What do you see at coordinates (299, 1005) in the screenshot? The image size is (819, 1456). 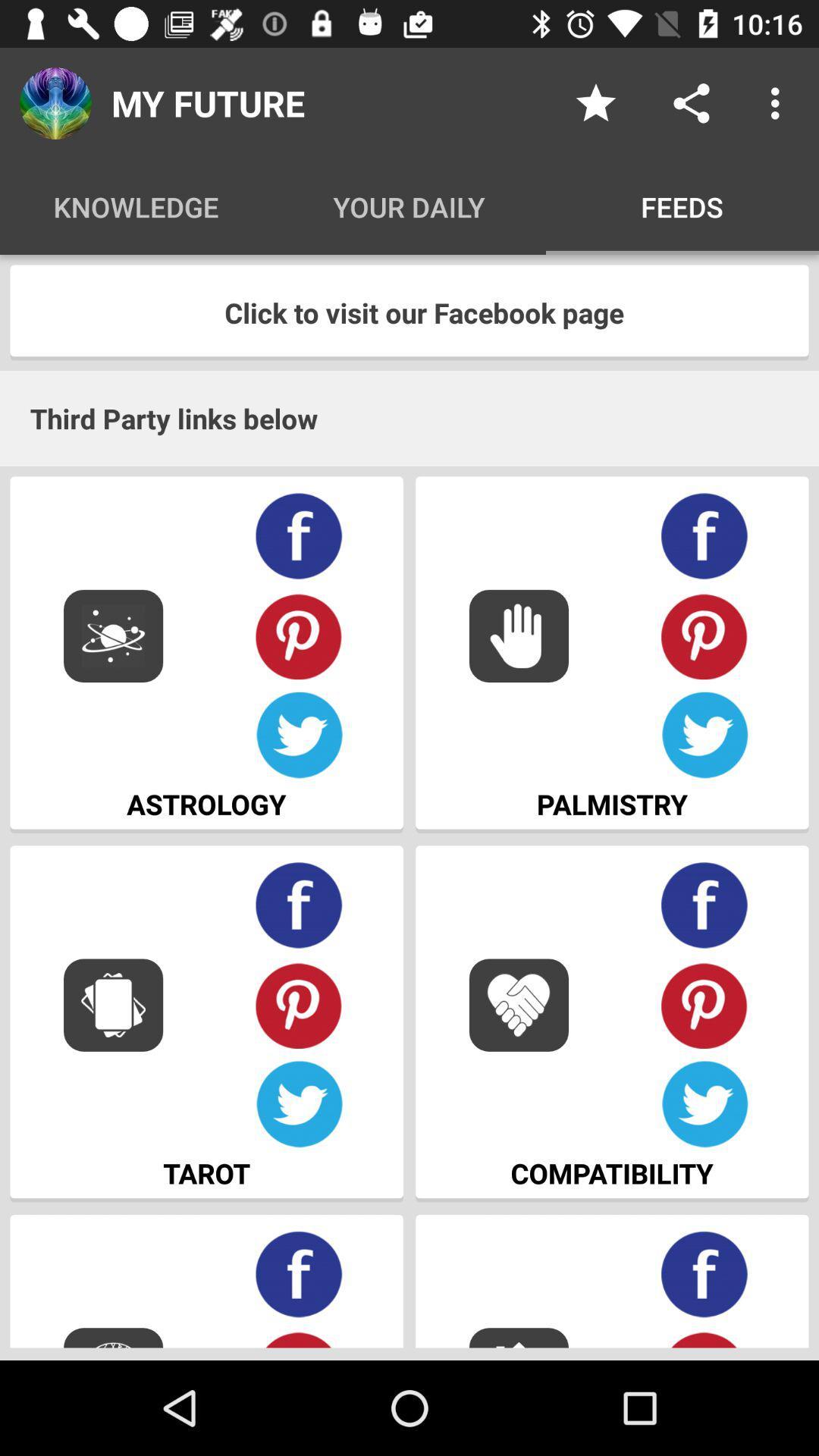 I see `the pinterest app` at bounding box center [299, 1005].